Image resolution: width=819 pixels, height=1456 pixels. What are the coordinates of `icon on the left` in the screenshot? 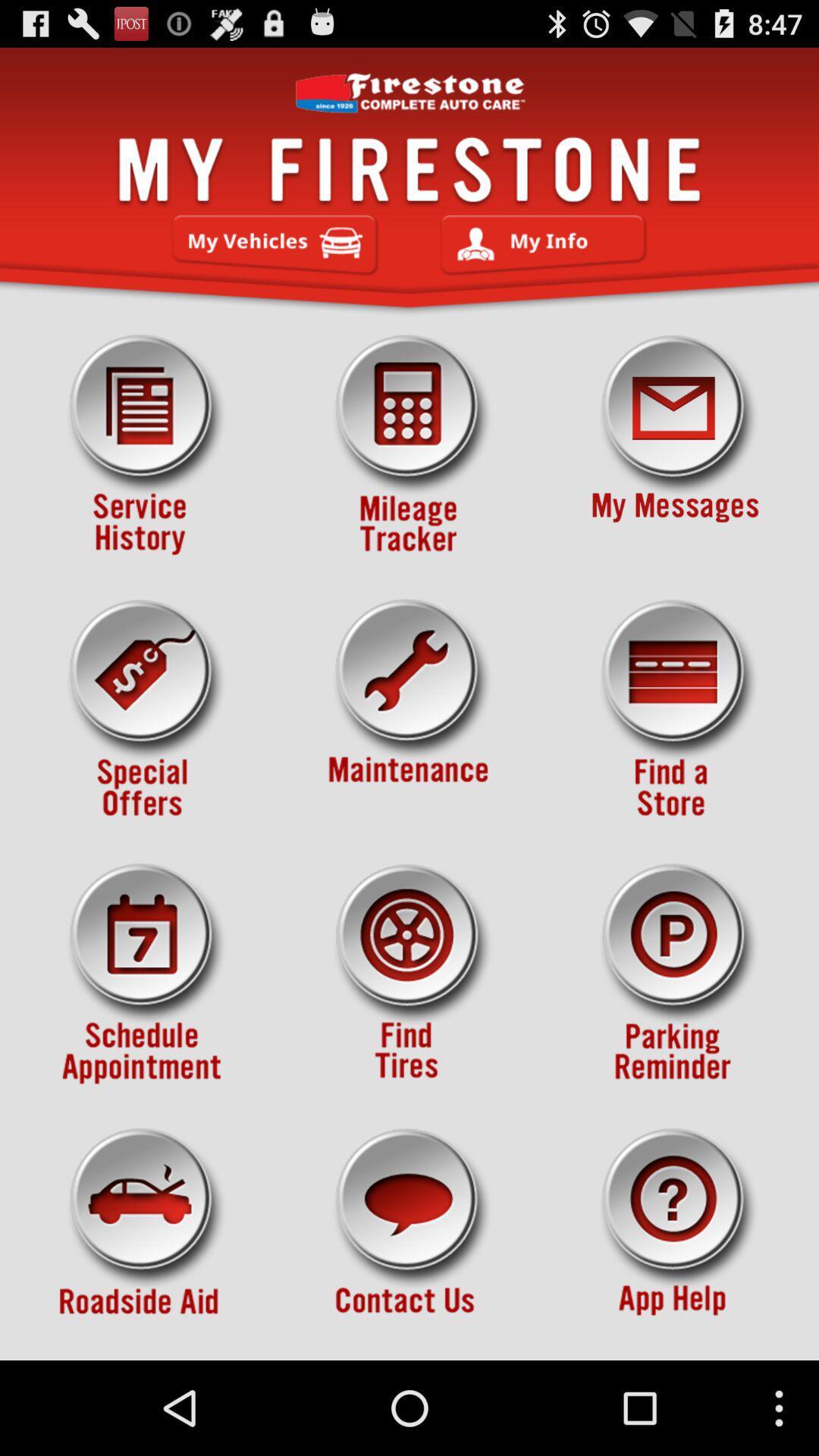 It's located at (143, 709).